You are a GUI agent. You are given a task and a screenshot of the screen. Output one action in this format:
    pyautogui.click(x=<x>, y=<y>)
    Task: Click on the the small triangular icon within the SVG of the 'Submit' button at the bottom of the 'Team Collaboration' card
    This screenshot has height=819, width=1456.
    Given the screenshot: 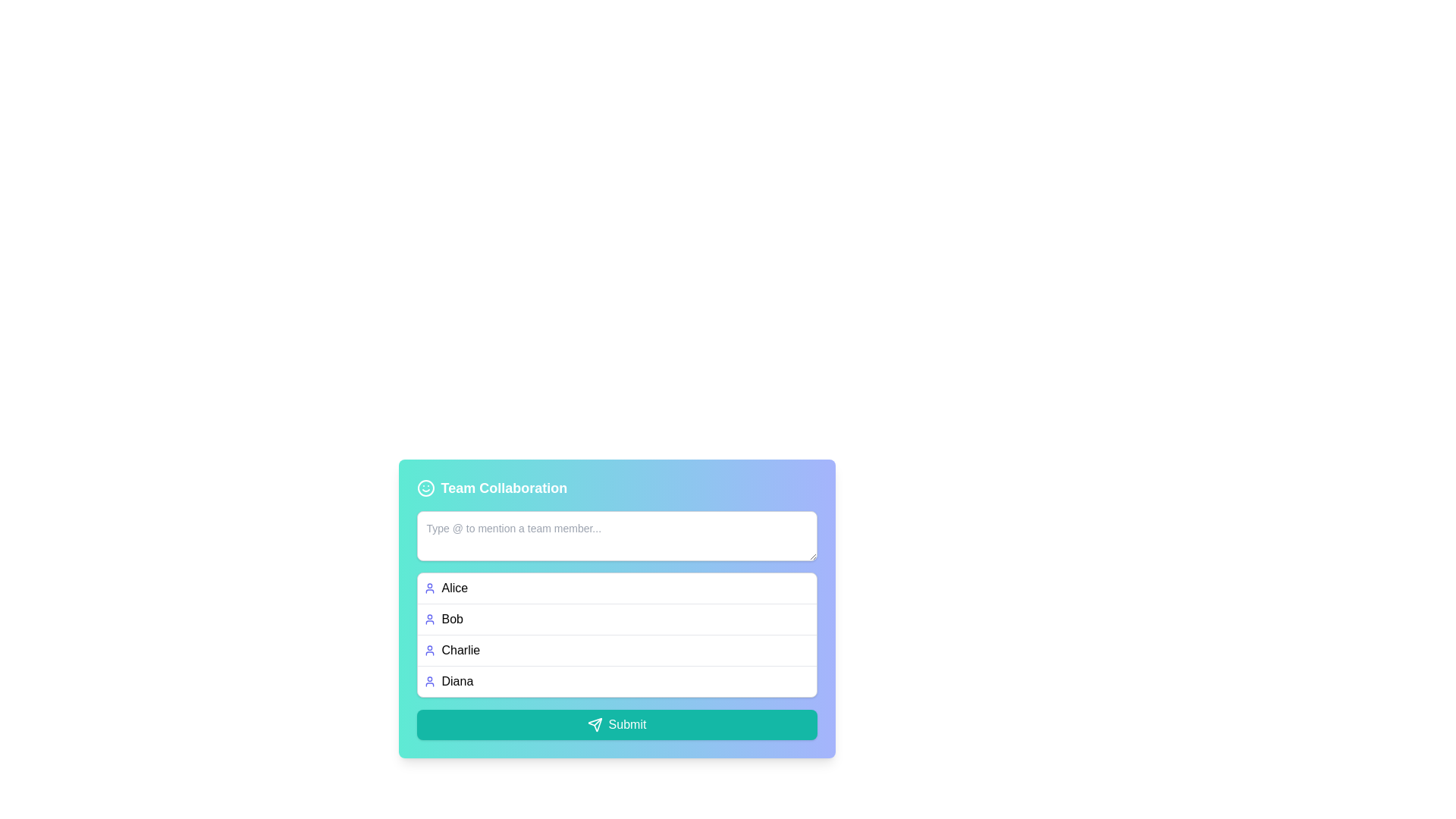 What is the action you would take?
    pyautogui.click(x=594, y=724)
    